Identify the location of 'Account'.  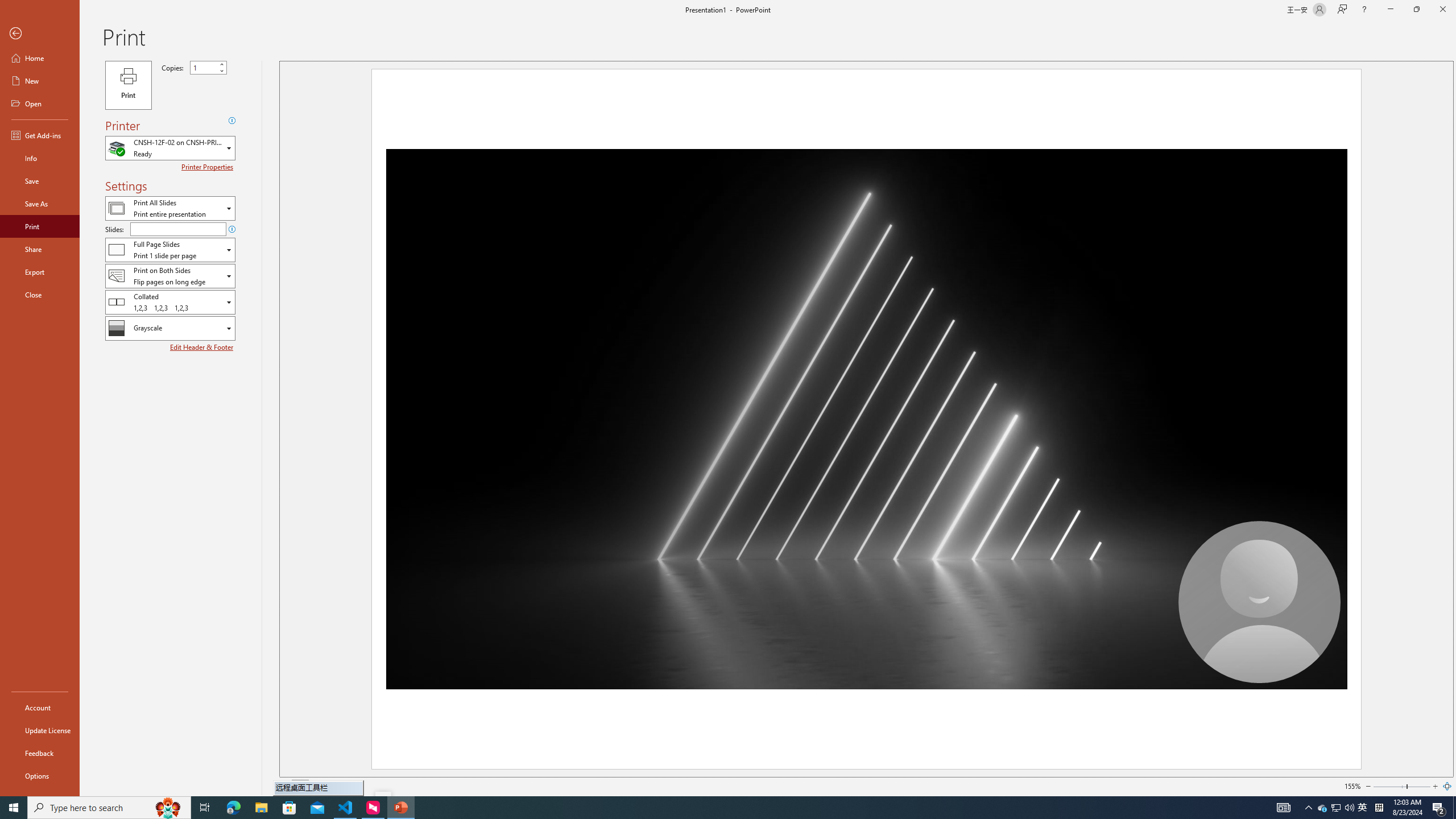
(39, 708).